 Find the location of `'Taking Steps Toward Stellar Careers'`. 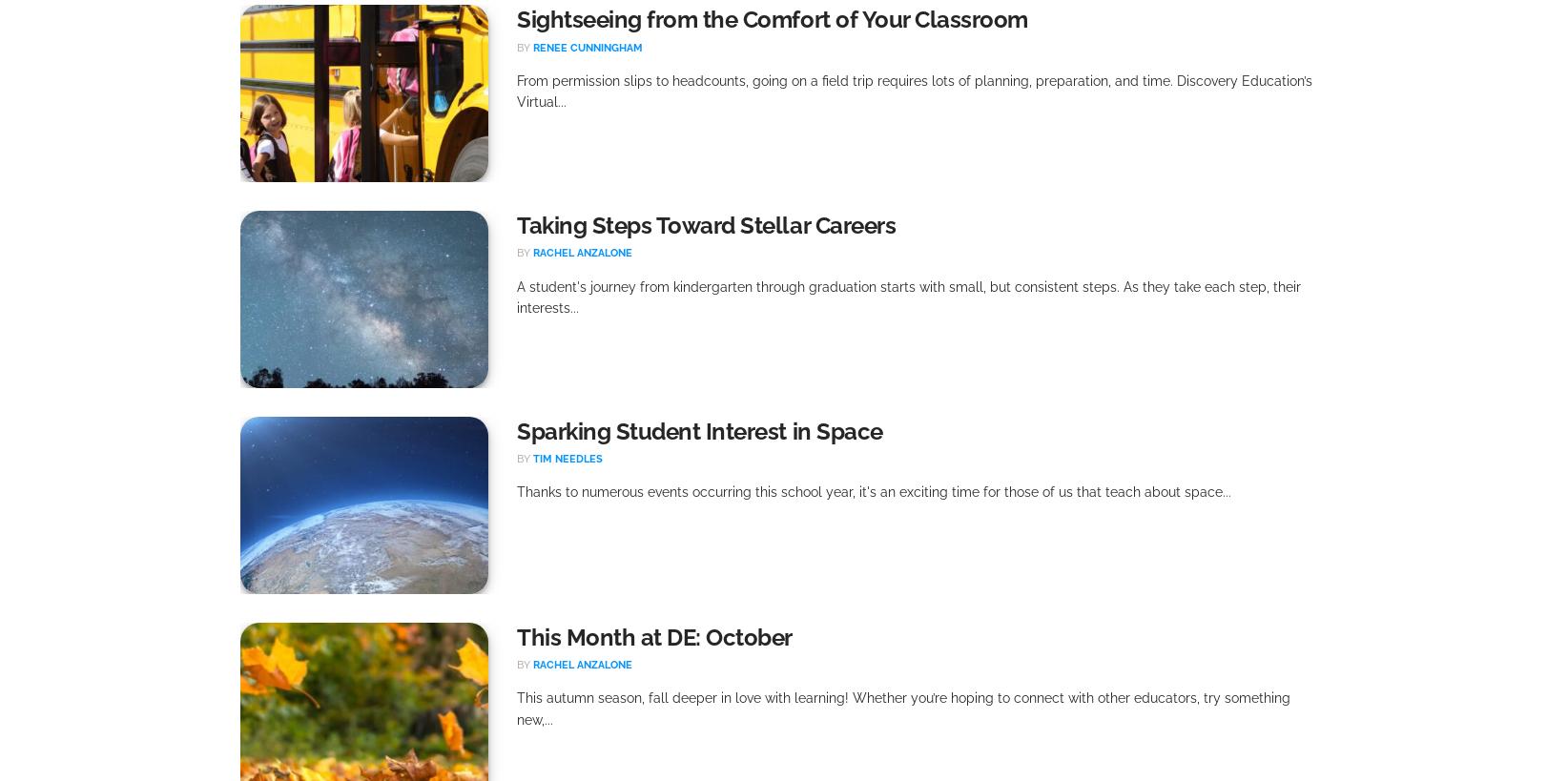

'Taking Steps Toward Stellar Careers' is located at coordinates (705, 224).